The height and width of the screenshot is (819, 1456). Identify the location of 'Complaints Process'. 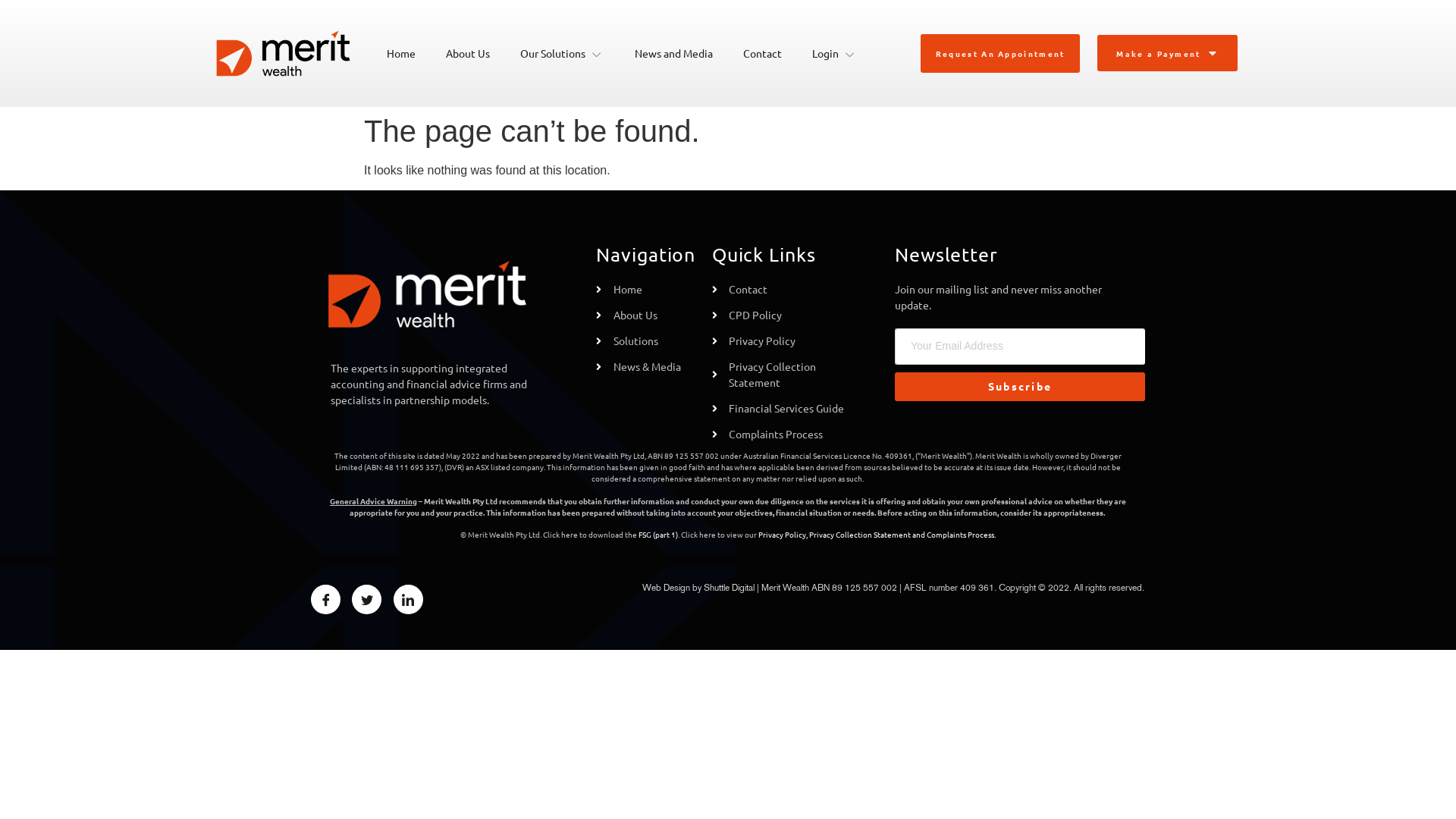
(959, 533).